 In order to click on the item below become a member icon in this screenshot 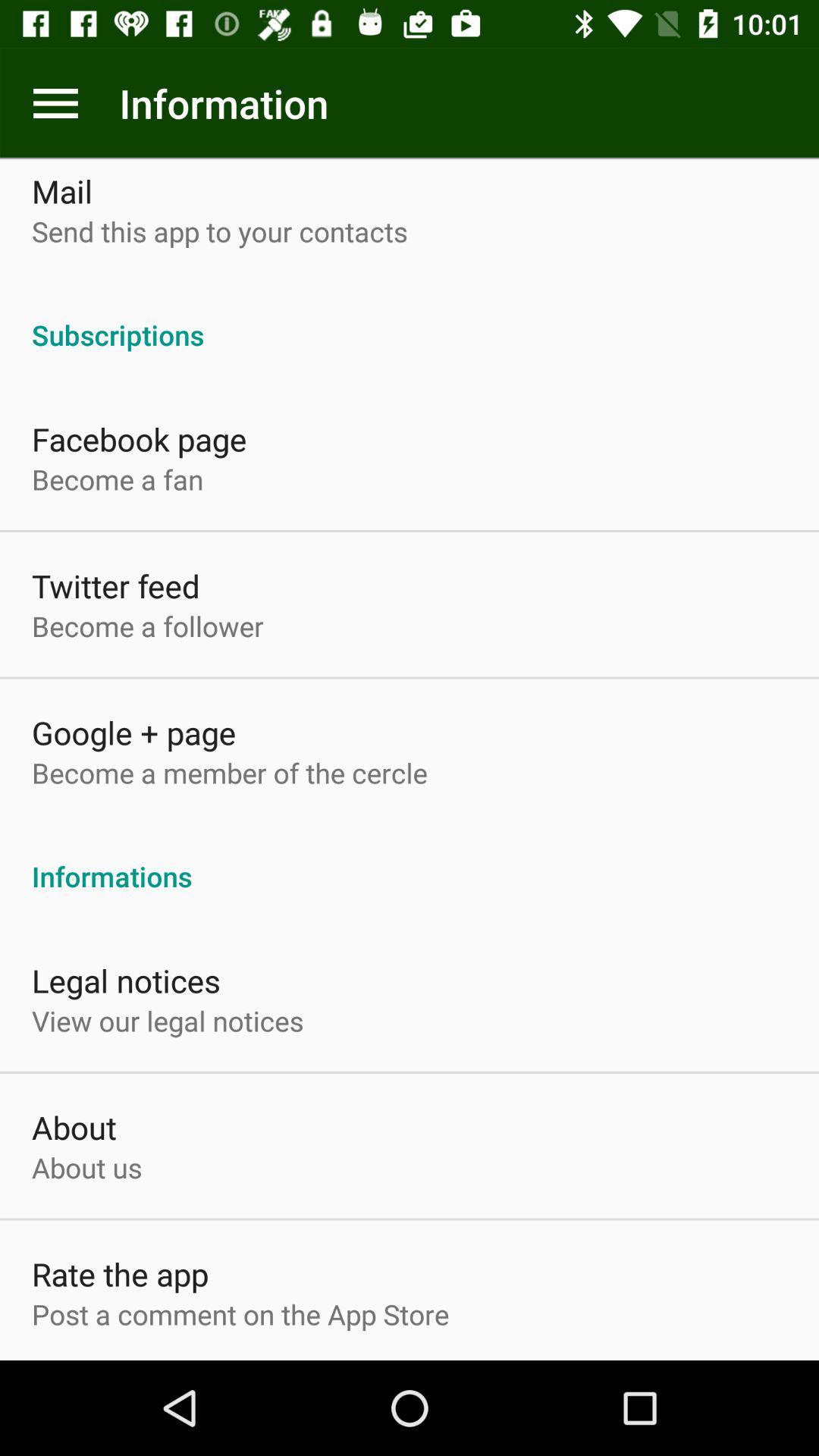, I will do `click(409, 860)`.